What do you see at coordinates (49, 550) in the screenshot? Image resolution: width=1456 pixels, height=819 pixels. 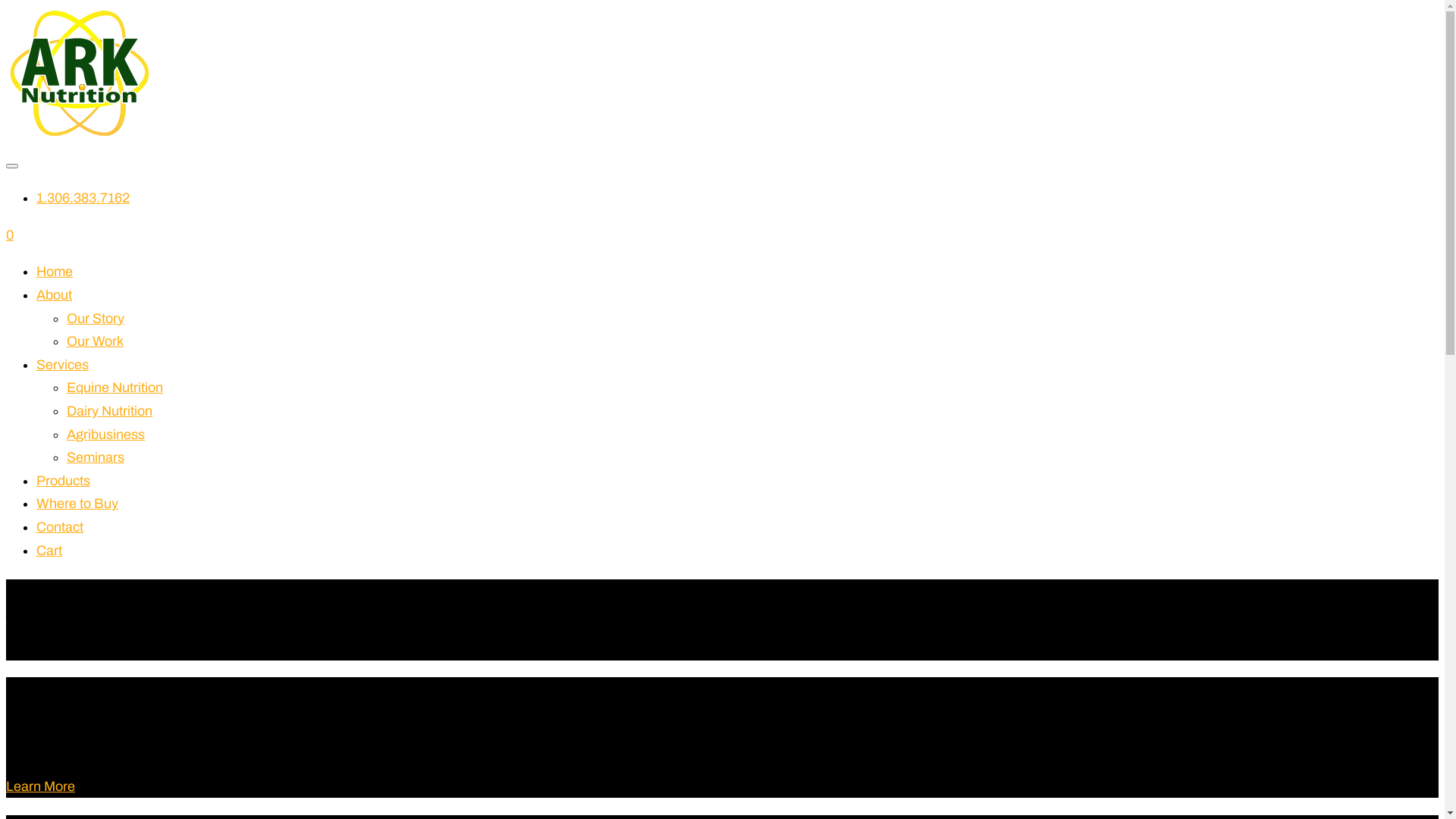 I see `'Cart'` at bounding box center [49, 550].